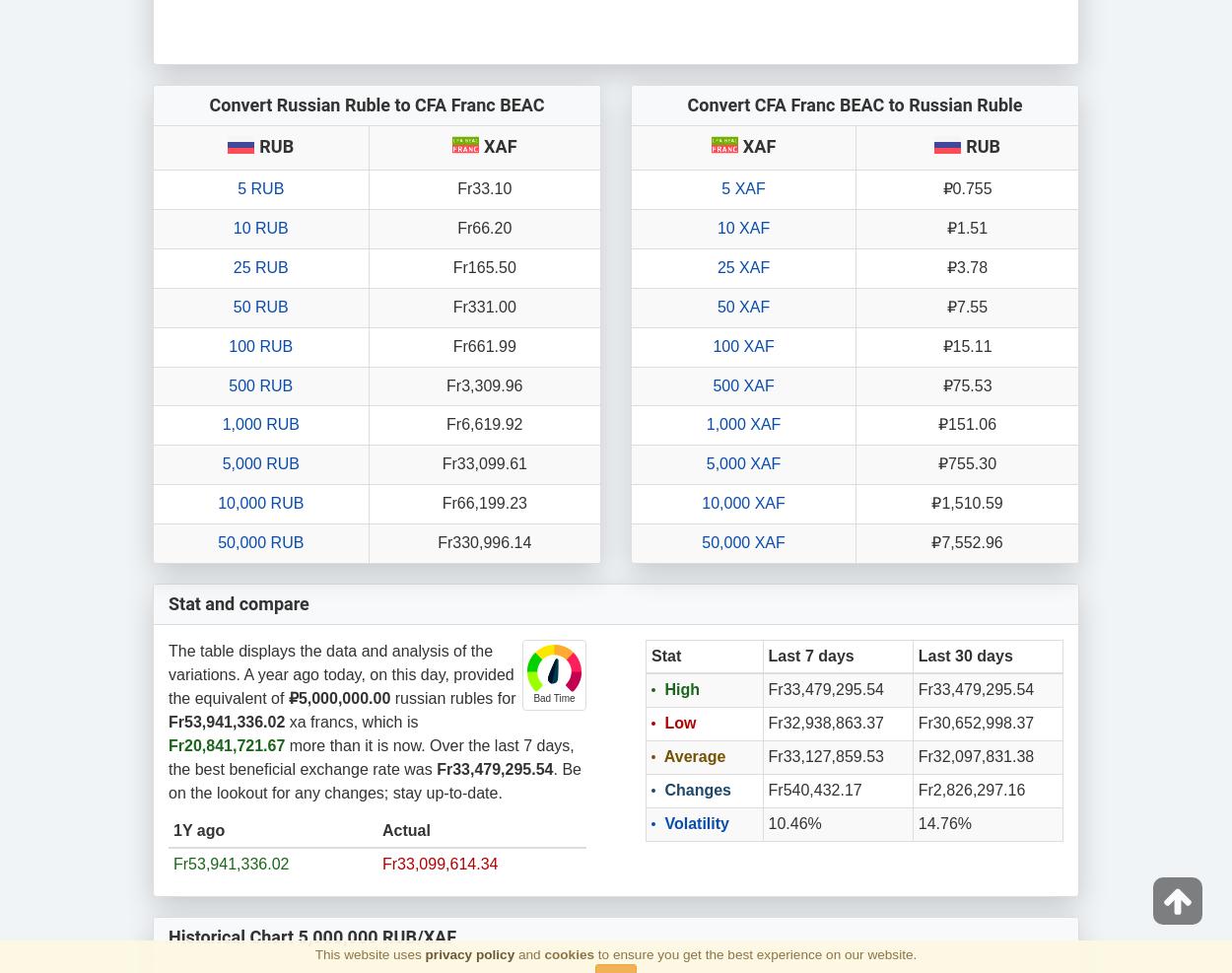  Describe the element at coordinates (311, 937) in the screenshot. I see `'Historical Chart 5,000,000 RUB/XAF'` at that location.